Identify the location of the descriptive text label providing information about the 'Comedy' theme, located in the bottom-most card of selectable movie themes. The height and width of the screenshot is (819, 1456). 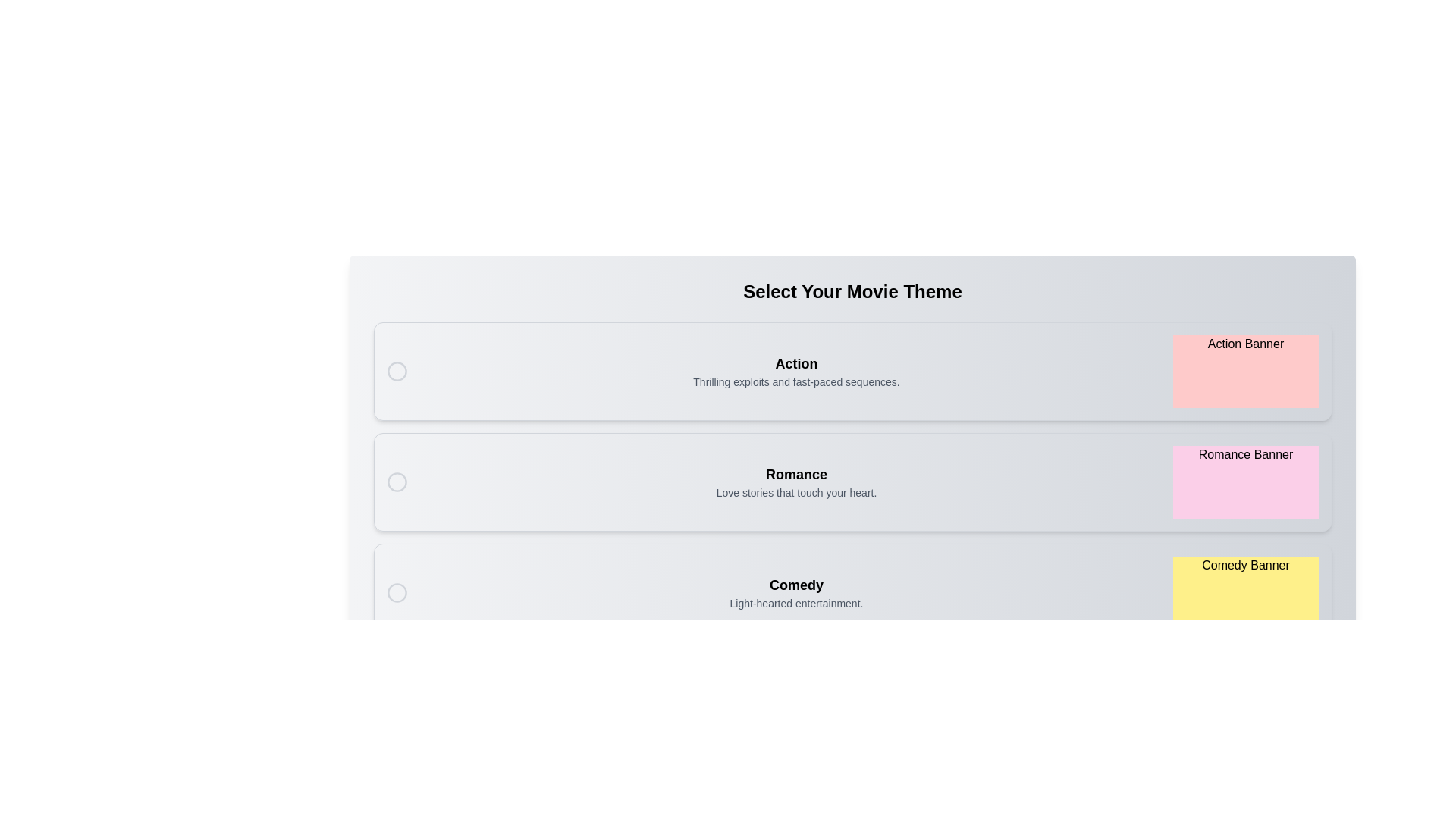
(795, 602).